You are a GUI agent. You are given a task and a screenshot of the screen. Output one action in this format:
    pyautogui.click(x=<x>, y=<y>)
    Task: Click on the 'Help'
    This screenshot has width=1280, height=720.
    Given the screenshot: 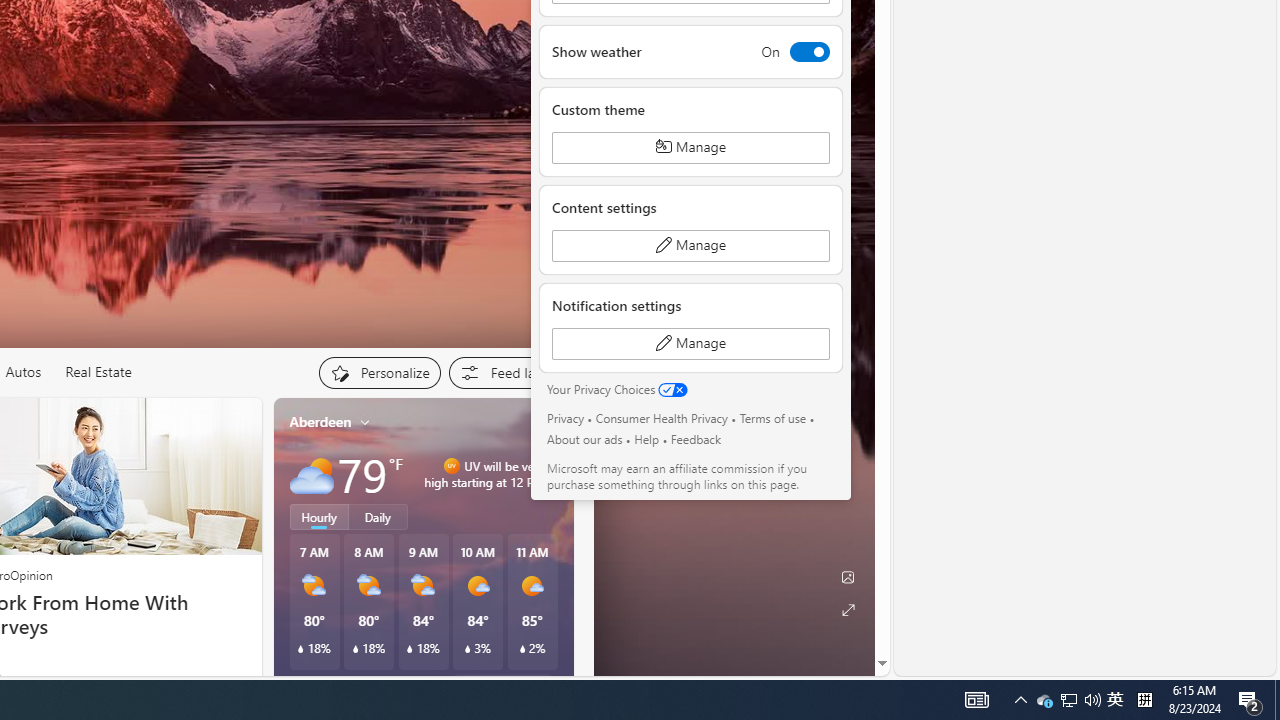 What is the action you would take?
    pyautogui.click(x=646, y=438)
    